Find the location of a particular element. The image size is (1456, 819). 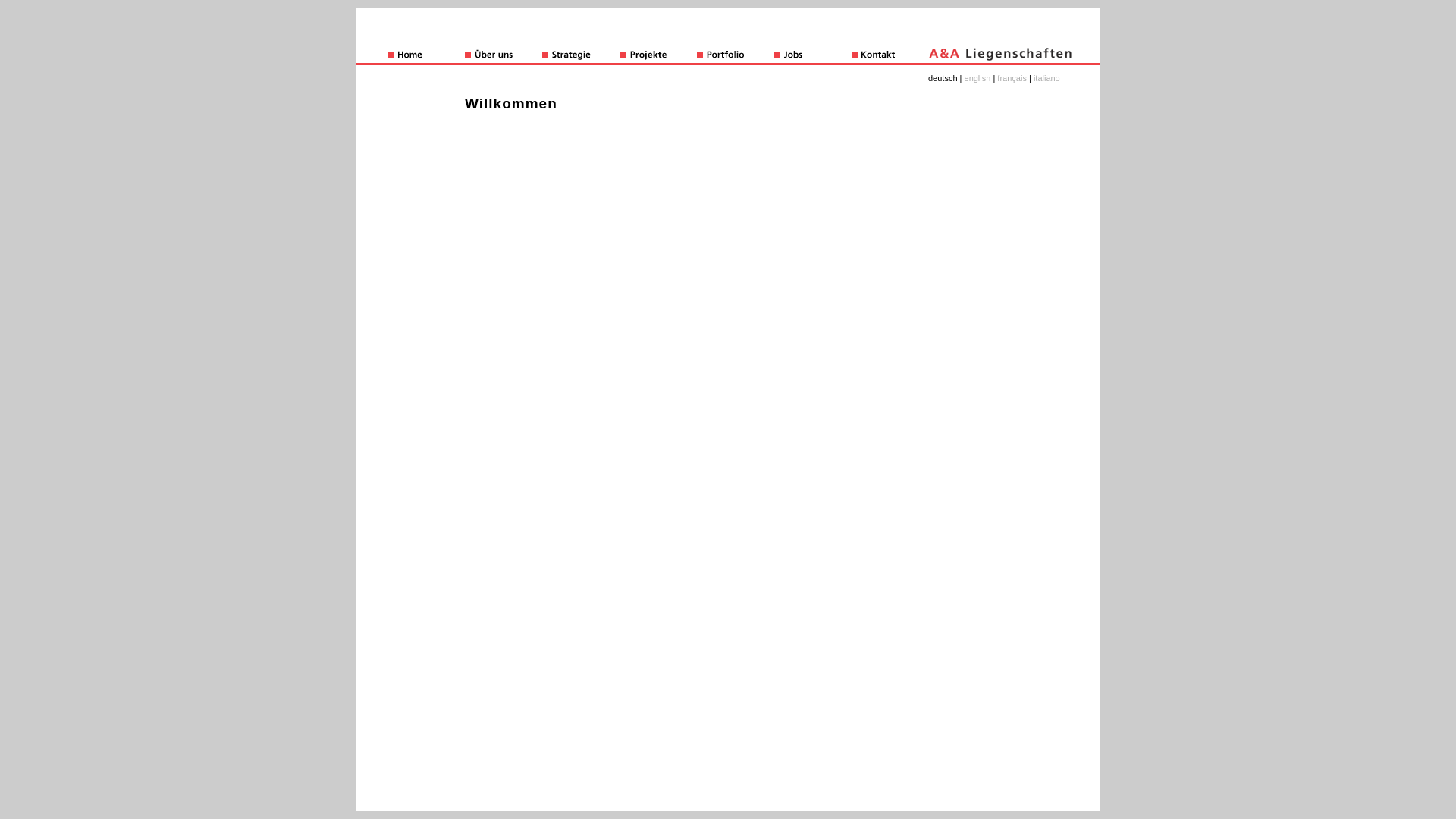

'Portfolio' is located at coordinates (735, 55).